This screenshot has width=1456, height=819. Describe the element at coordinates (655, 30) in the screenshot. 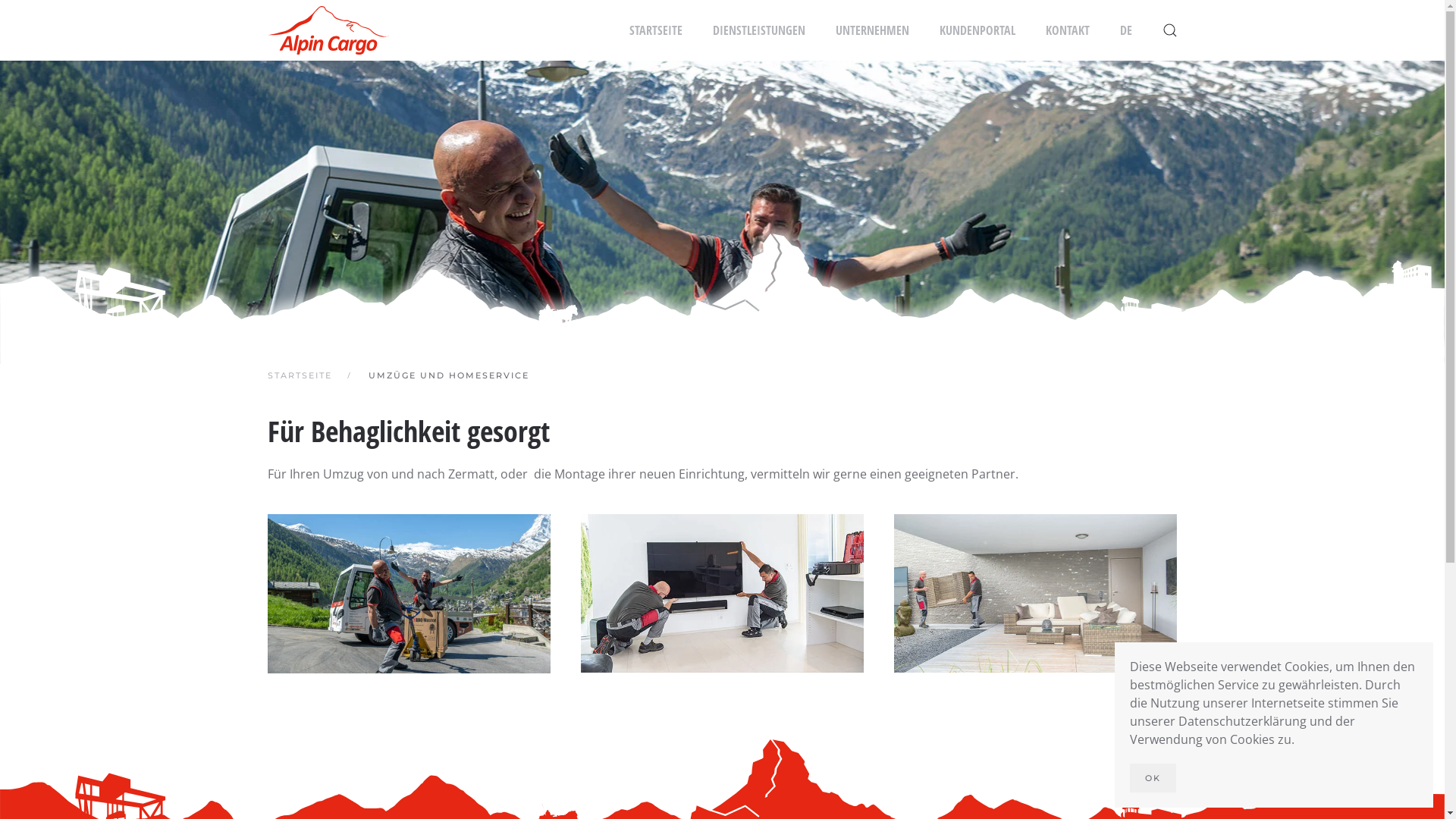

I see `'STARTSEITE'` at that location.